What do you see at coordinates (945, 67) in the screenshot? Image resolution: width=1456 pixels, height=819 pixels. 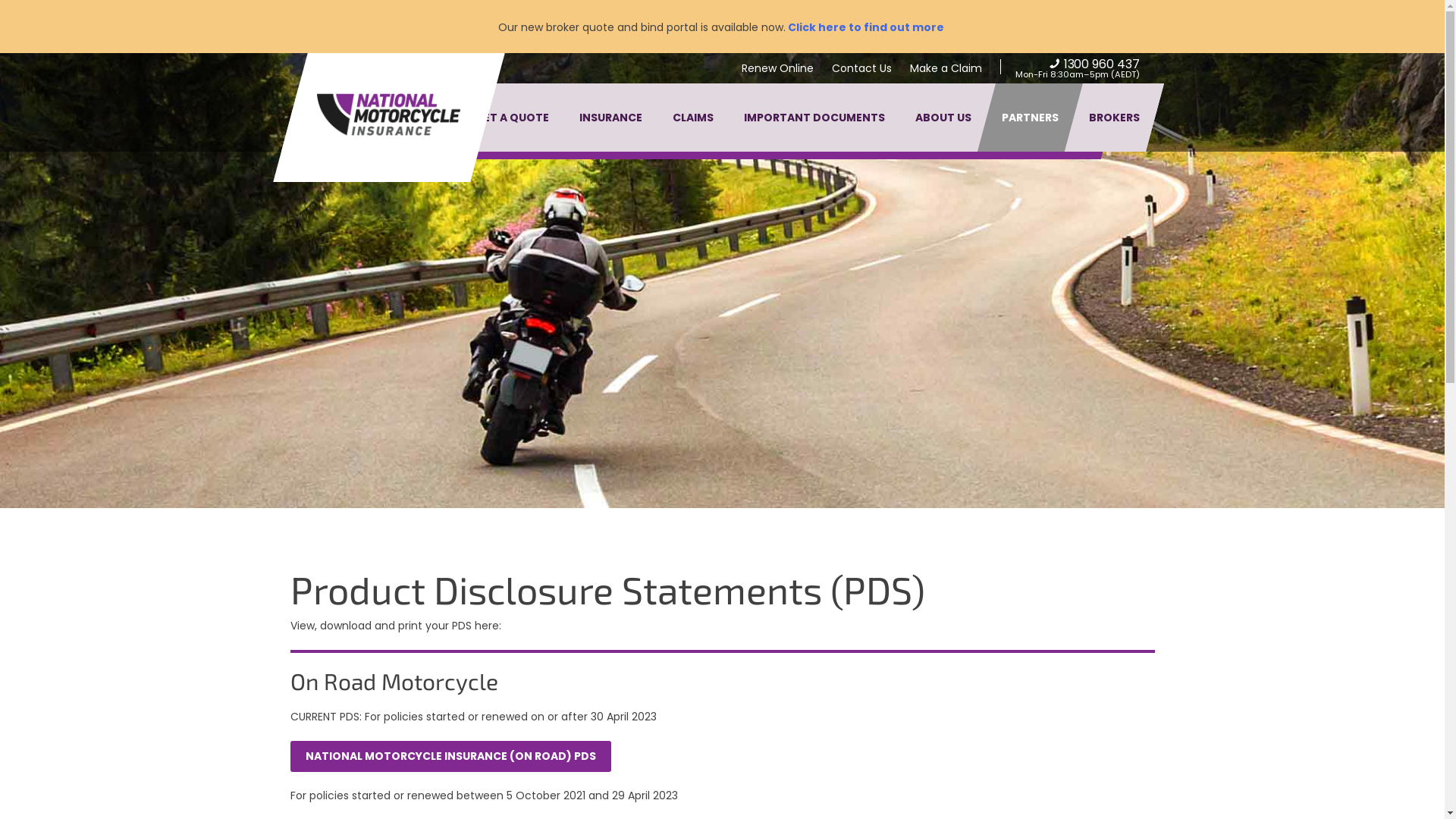 I see `'Make a Claim'` at bounding box center [945, 67].